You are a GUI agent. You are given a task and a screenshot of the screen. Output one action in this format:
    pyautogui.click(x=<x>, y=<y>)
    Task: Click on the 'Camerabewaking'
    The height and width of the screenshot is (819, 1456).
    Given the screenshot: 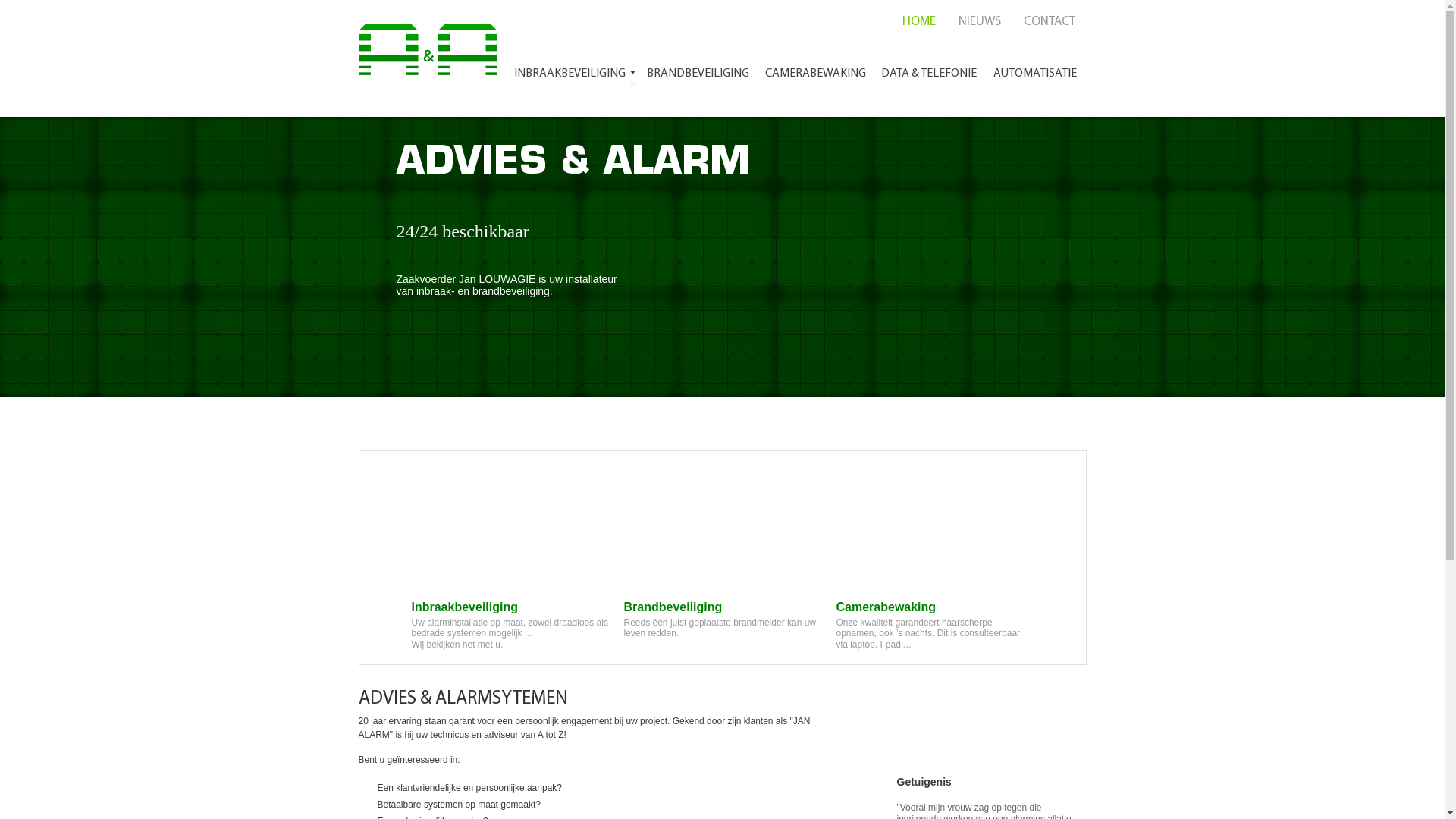 What is the action you would take?
    pyautogui.click(x=835, y=563)
    